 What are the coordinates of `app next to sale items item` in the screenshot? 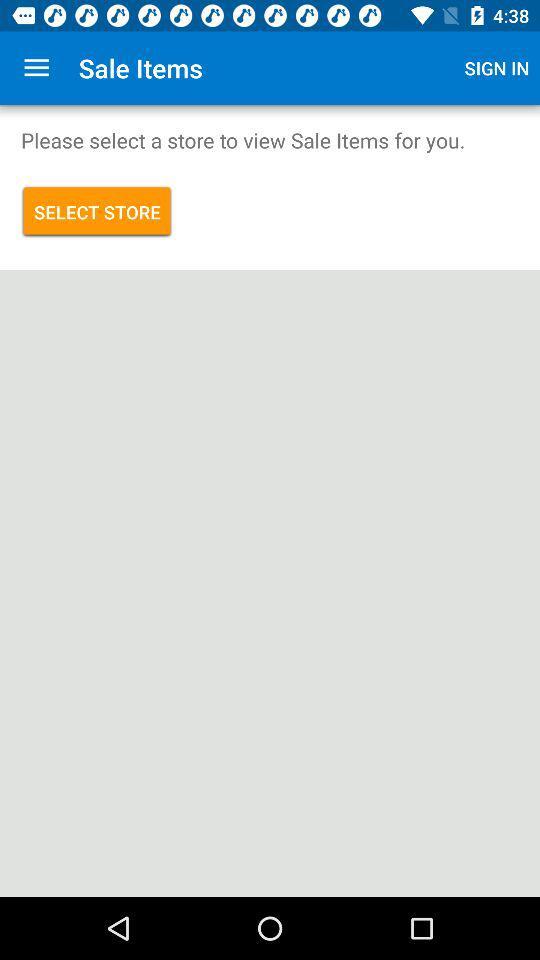 It's located at (496, 68).